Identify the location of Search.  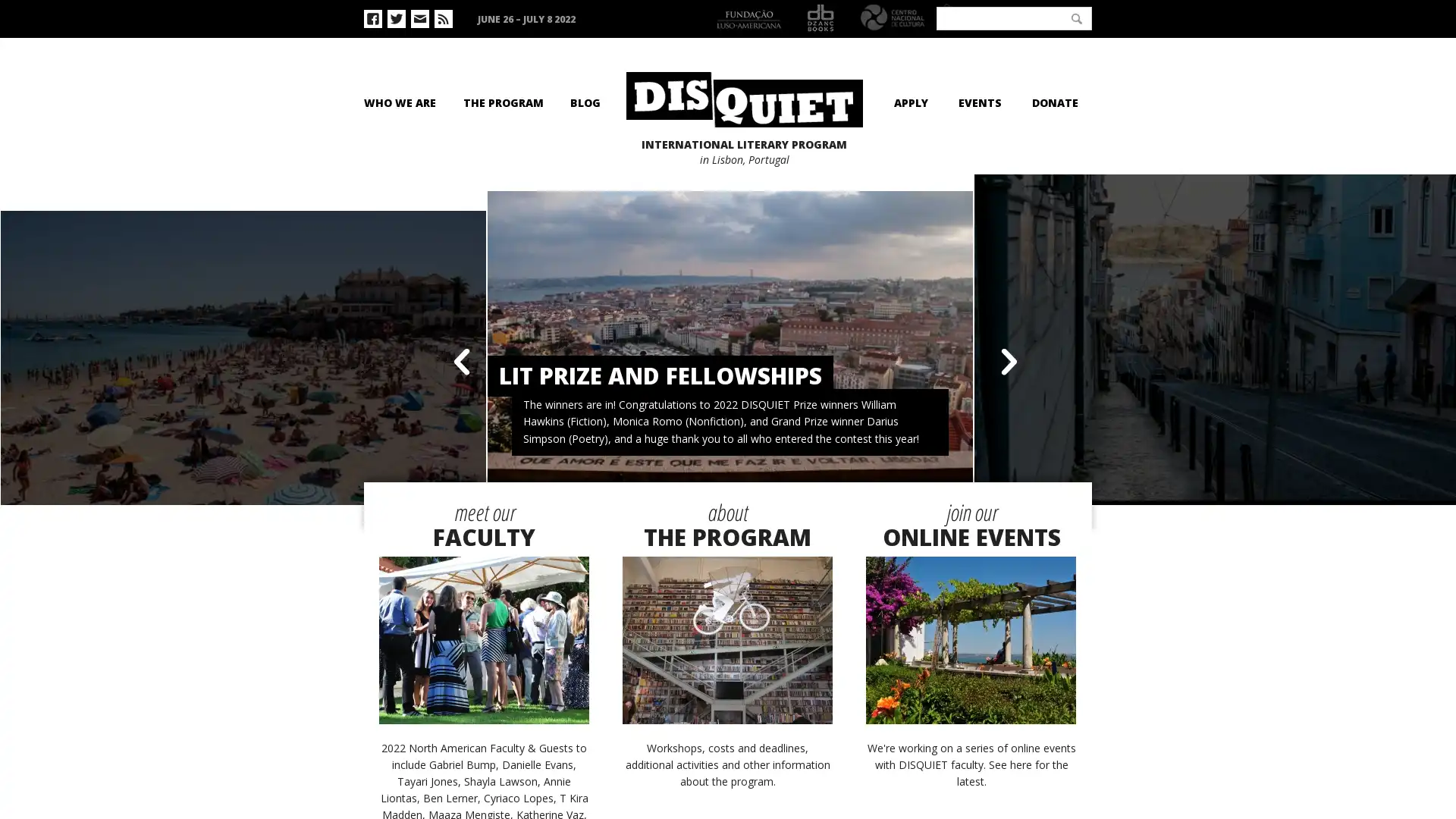
(1076, 17).